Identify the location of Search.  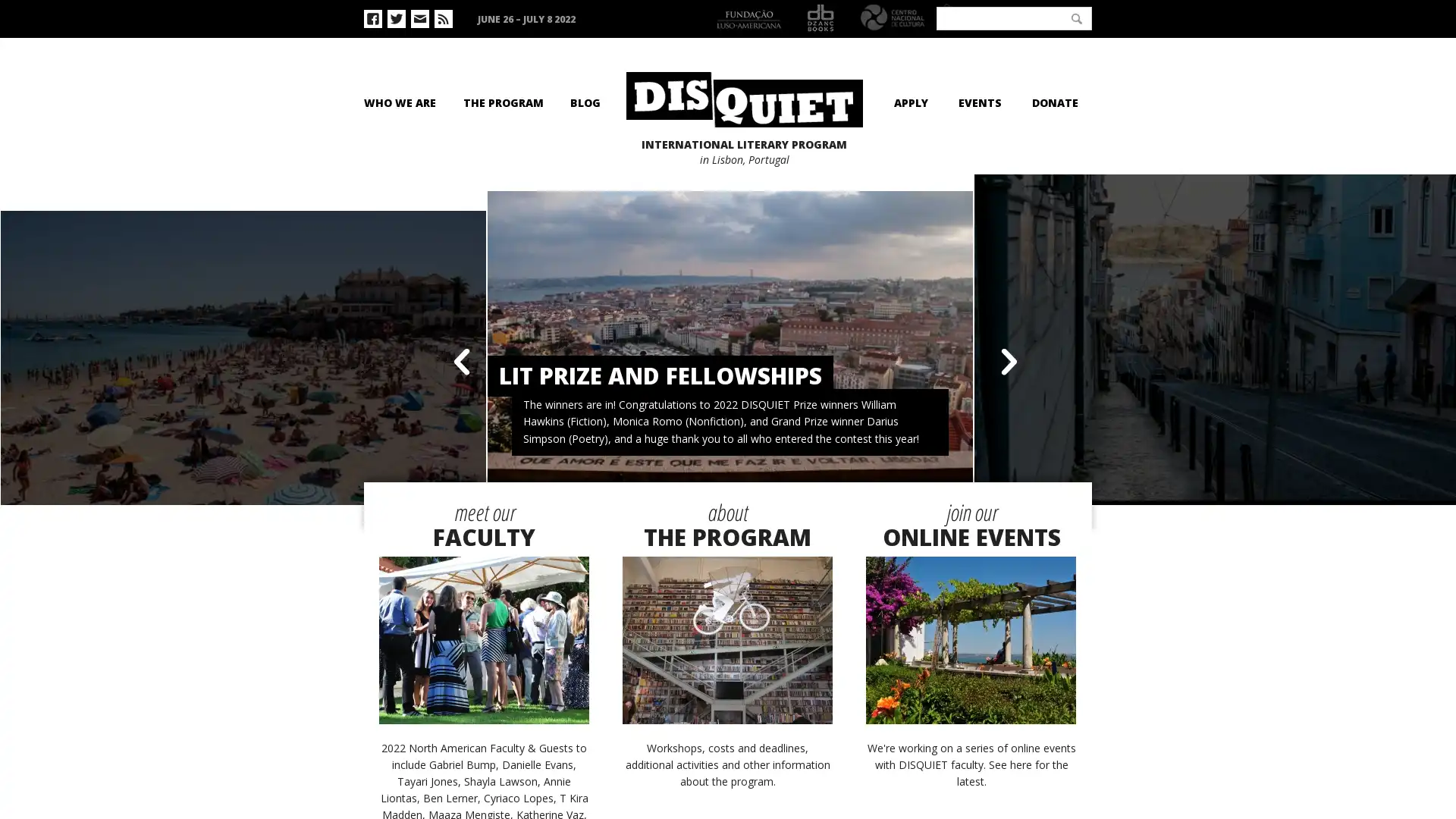
(1076, 17).